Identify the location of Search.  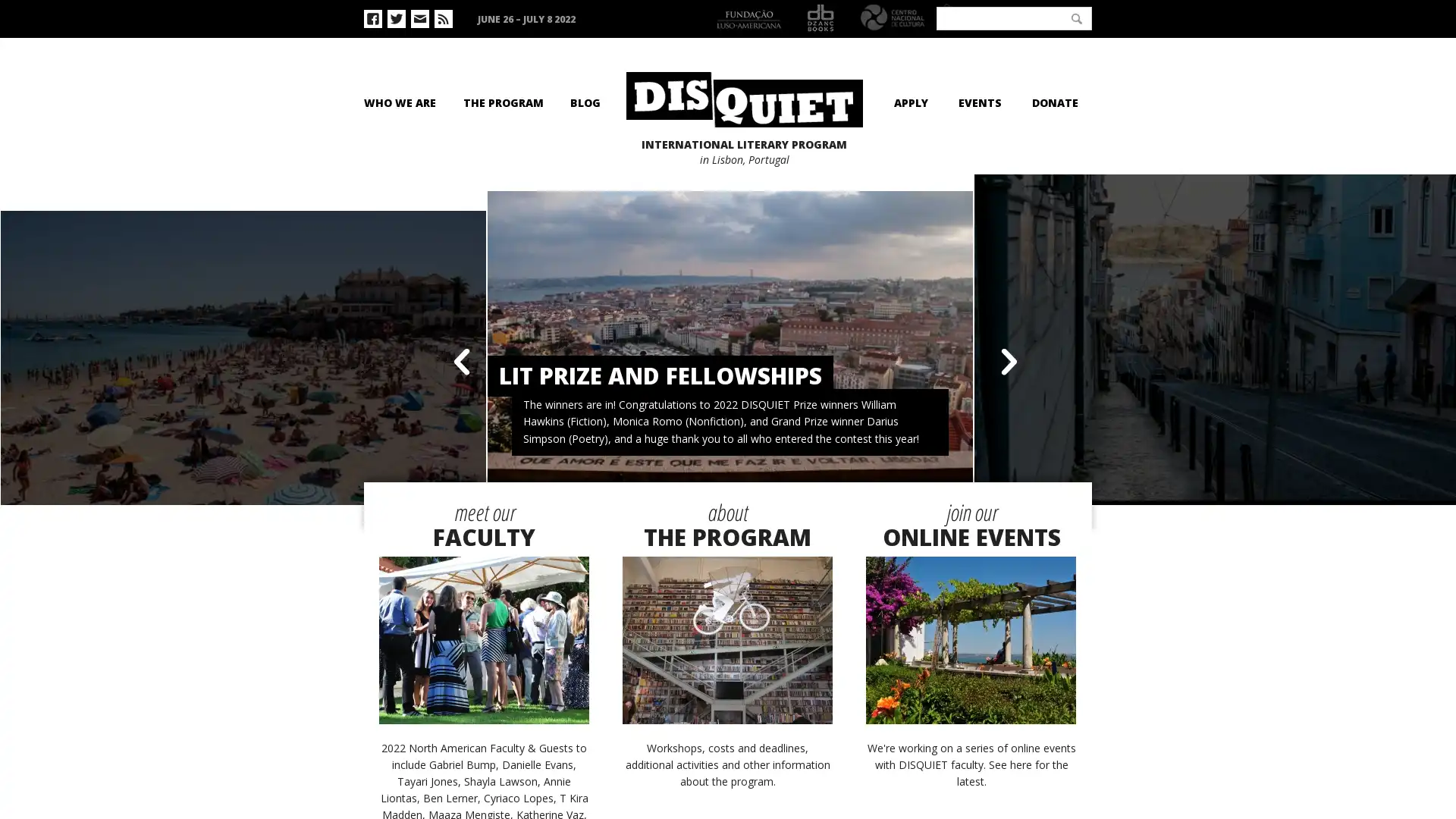
(1076, 17).